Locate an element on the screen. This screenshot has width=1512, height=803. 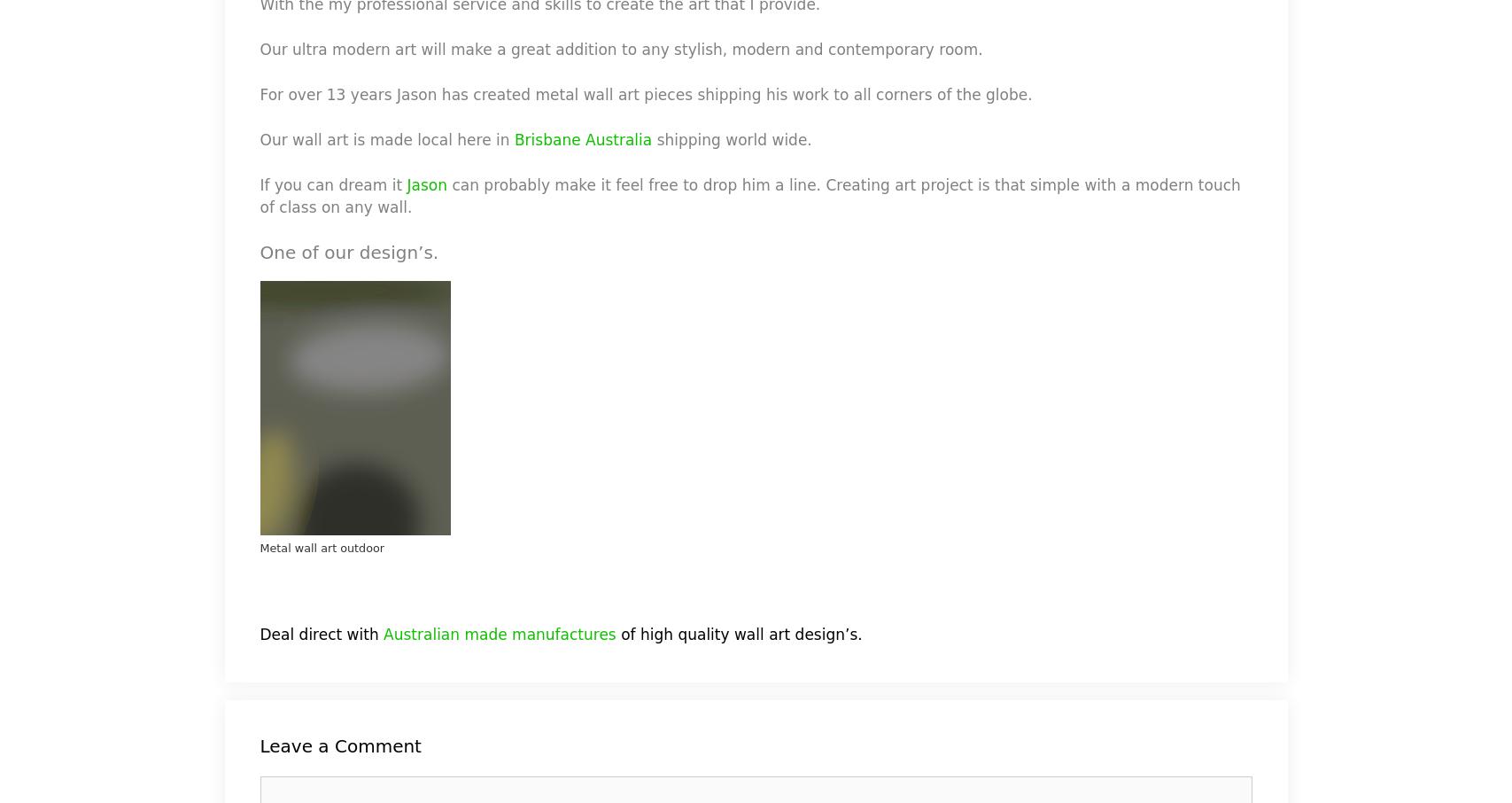
'Australian made manufactures' is located at coordinates (499, 635).